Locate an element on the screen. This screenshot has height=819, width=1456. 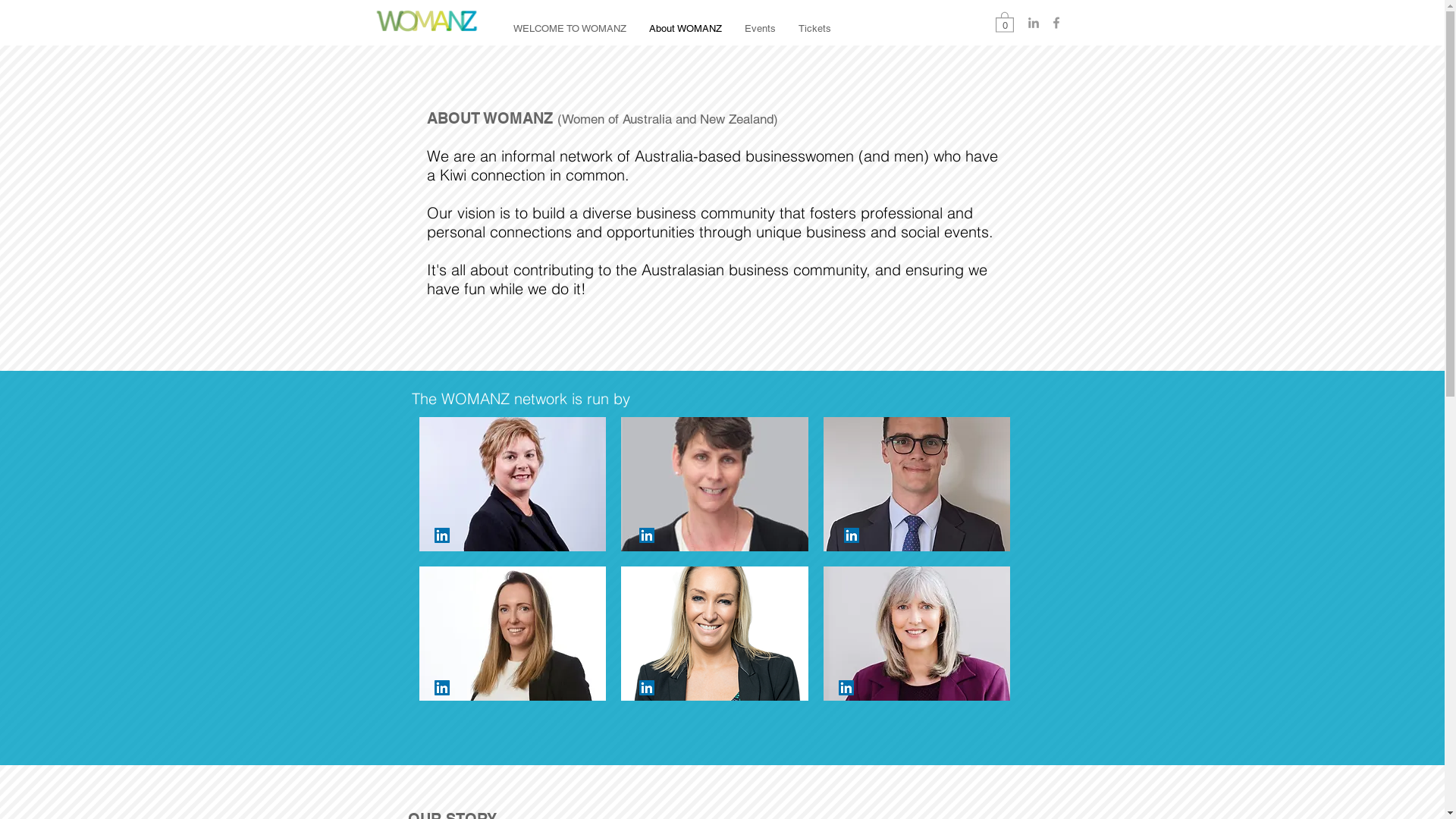
'0' is located at coordinates (1004, 21).